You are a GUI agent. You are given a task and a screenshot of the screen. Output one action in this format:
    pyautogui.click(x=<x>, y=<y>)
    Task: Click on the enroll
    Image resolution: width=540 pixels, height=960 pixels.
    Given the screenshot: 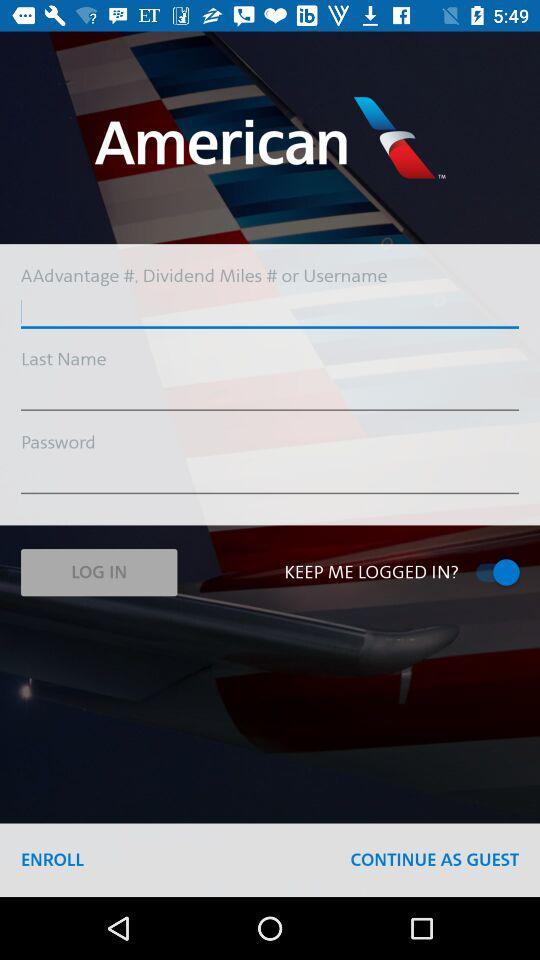 What is the action you would take?
    pyautogui.click(x=52, y=859)
    